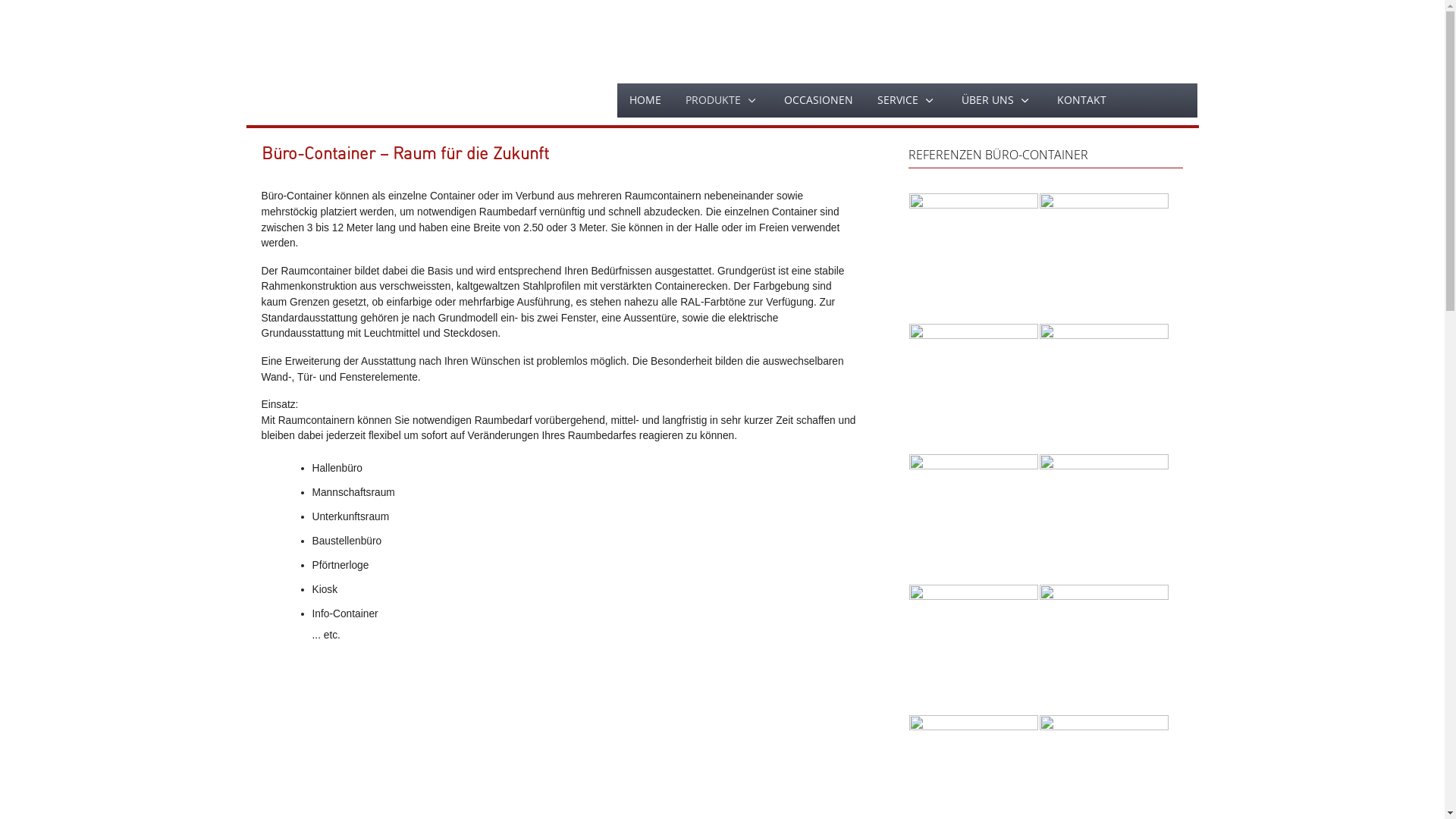 The height and width of the screenshot is (819, 1456). I want to click on 'SERVICE', so click(906, 100).